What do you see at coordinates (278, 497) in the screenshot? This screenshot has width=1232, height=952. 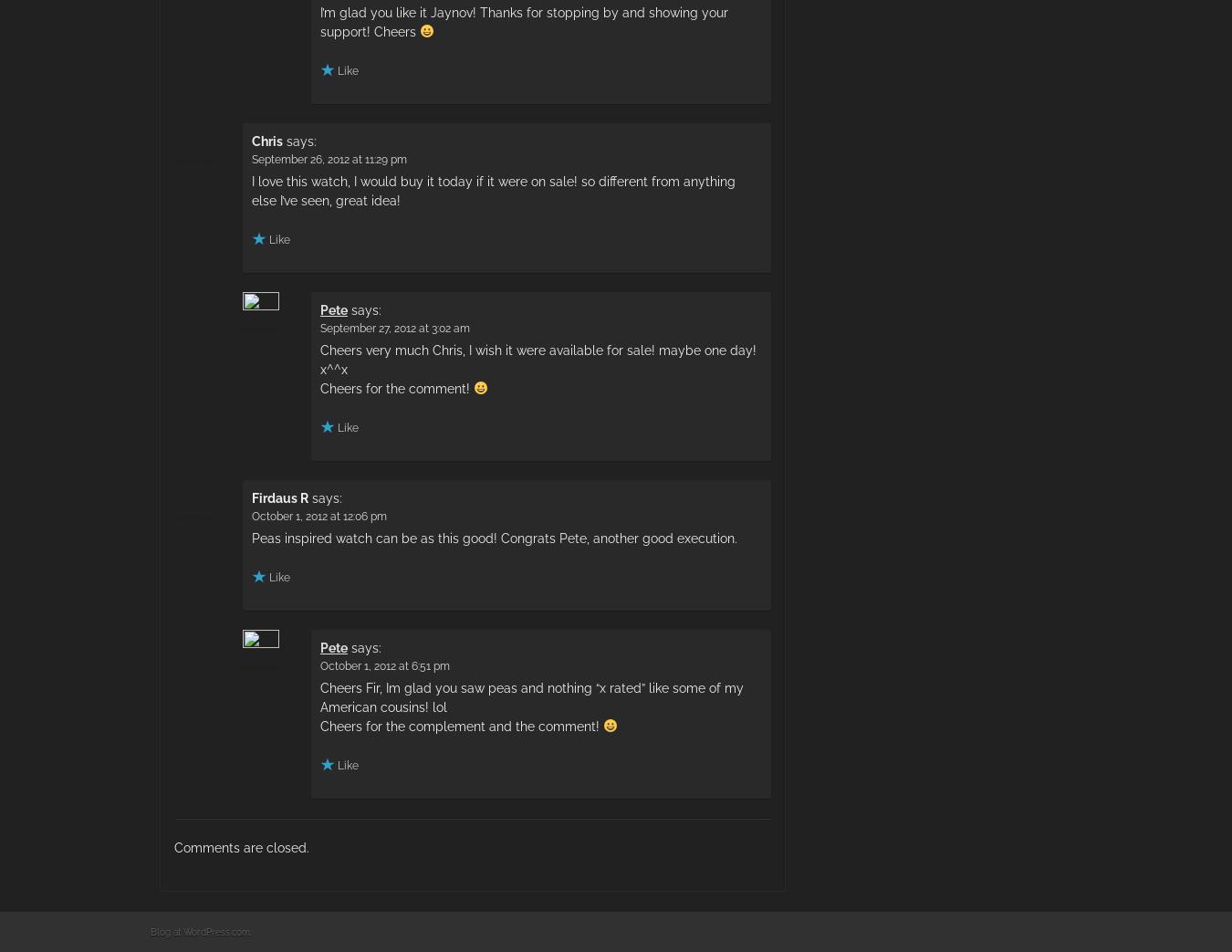 I see `'Firdaus R'` at bounding box center [278, 497].